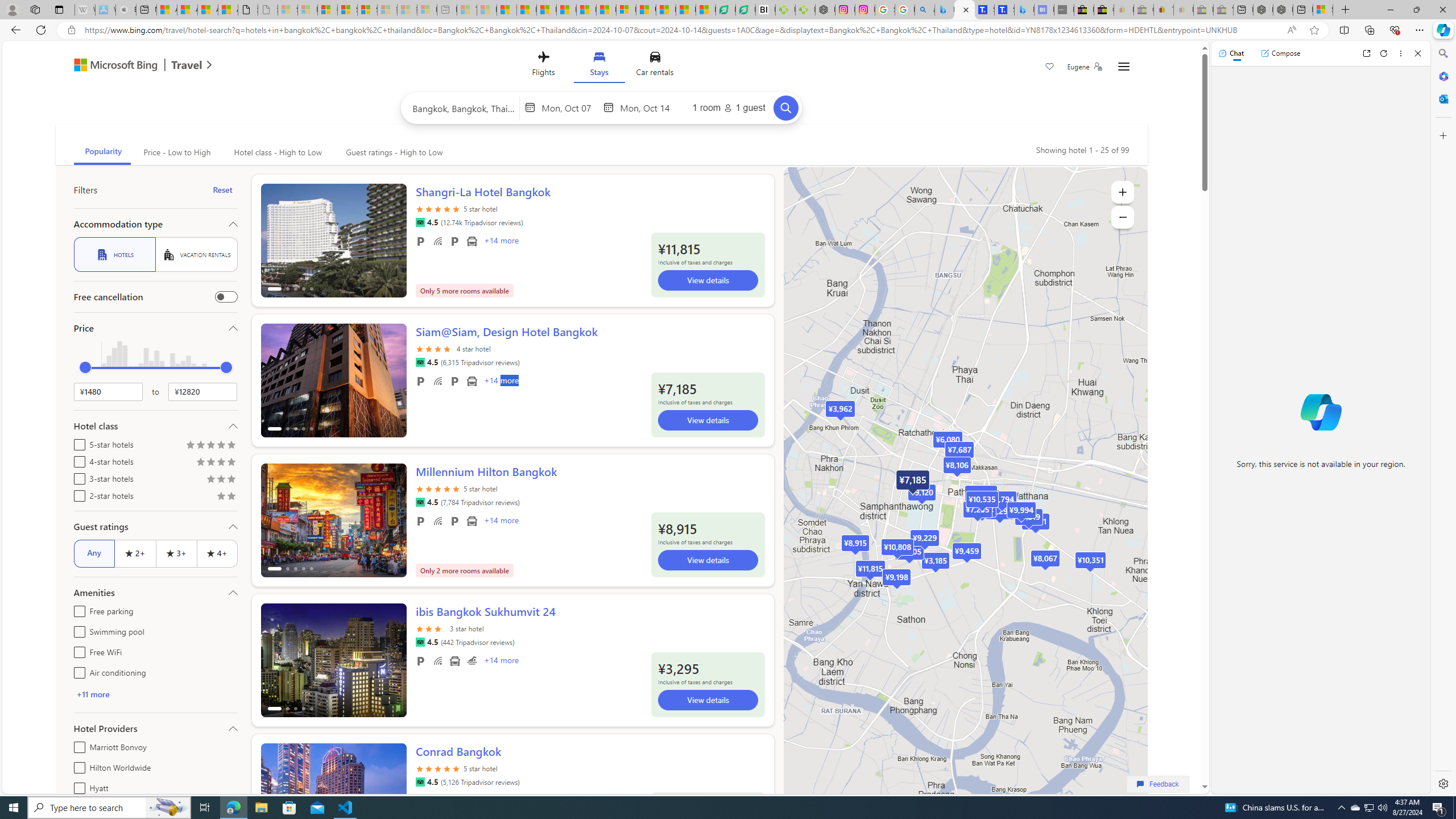 Image resolution: width=1456 pixels, height=819 pixels. Describe the element at coordinates (964, 9) in the screenshot. I see `'Microsoft Bing Travel - Stays in Bangkok, Bangkok, Thailand'` at that location.